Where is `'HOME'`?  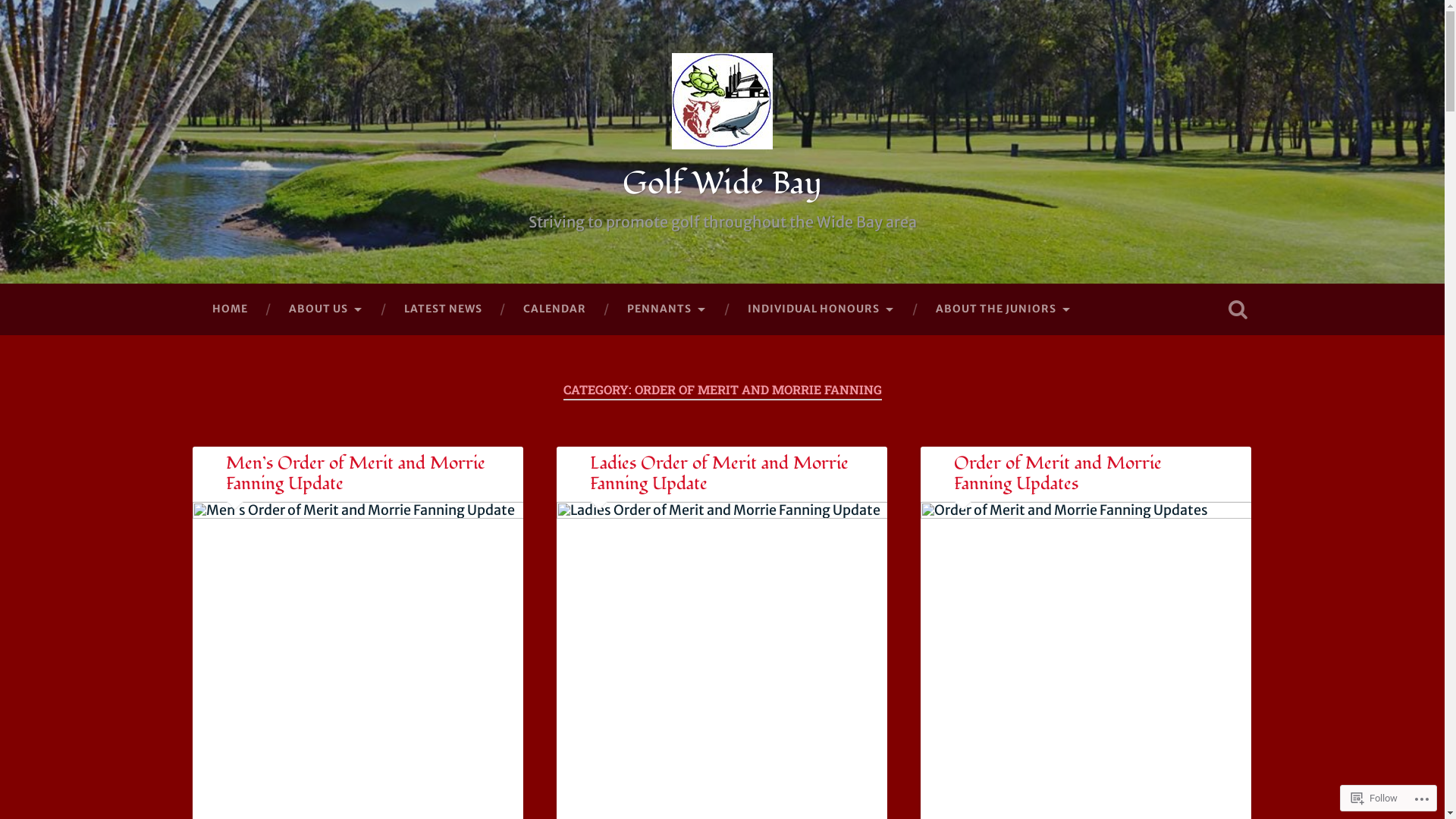 'HOME' is located at coordinates (228, 309).